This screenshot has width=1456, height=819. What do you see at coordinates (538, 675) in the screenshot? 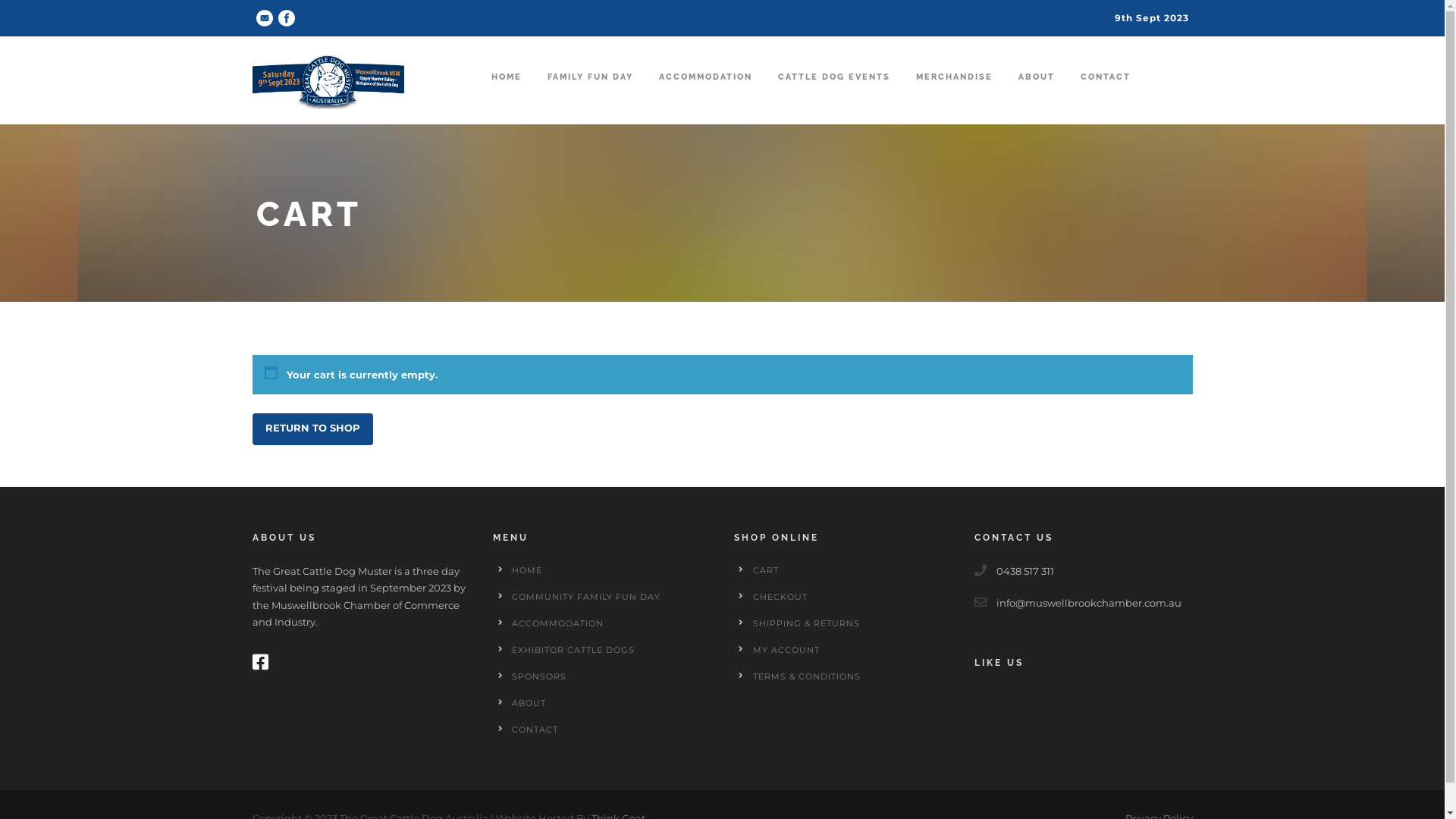
I see `'SPONSORS'` at bounding box center [538, 675].